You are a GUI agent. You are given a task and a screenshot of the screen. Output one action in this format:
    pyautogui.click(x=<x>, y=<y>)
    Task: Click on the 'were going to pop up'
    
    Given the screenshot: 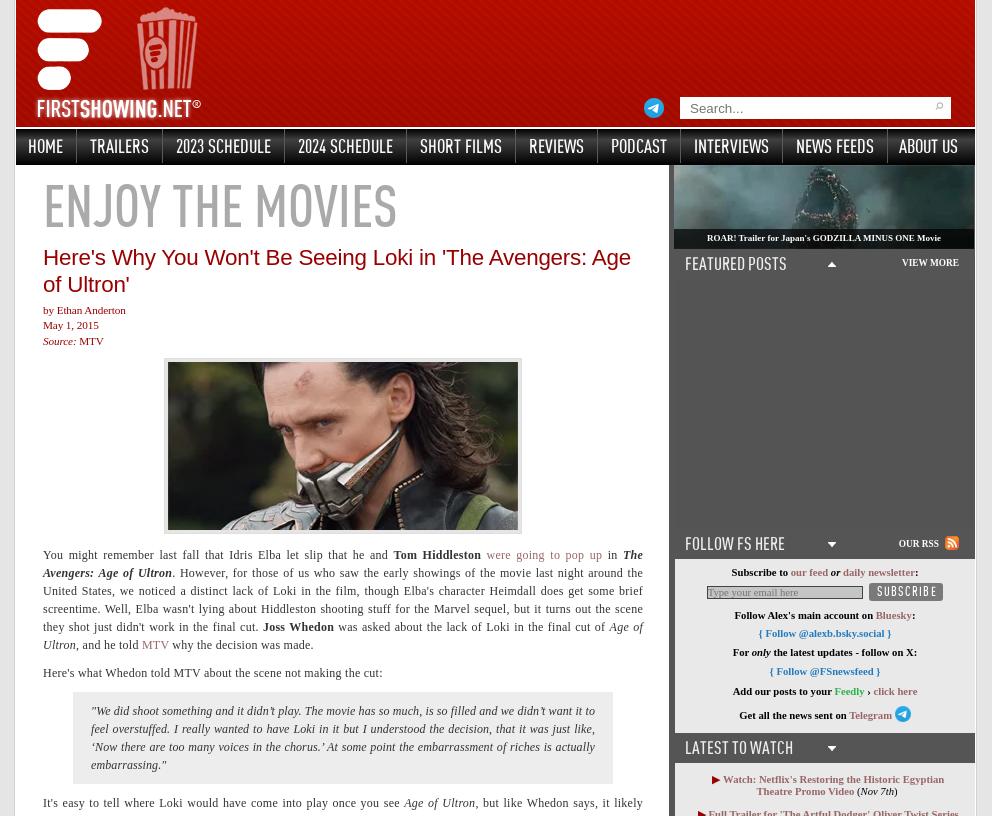 What is the action you would take?
    pyautogui.click(x=544, y=553)
    